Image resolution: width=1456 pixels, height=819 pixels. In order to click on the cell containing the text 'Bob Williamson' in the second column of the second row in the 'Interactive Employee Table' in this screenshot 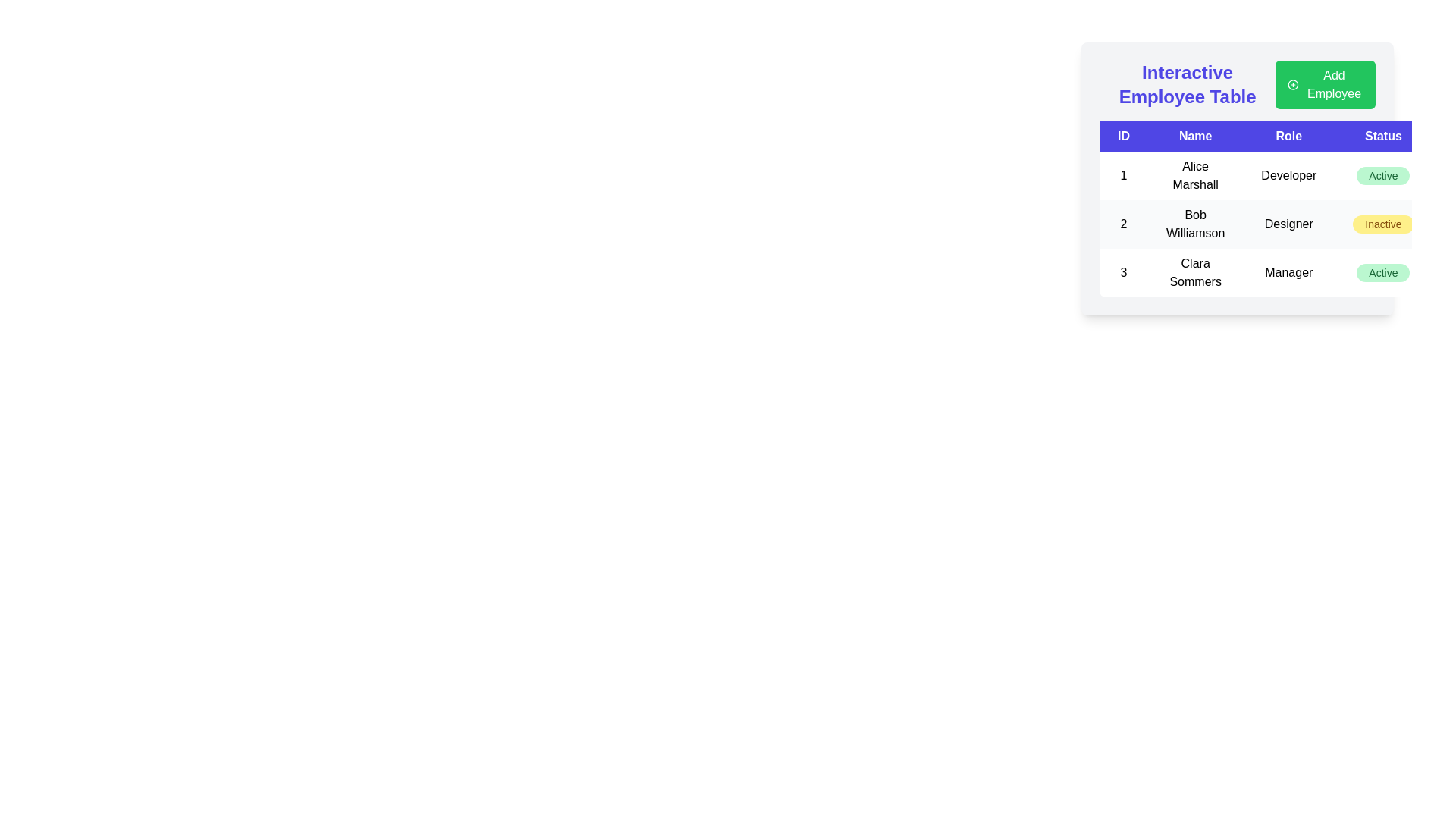, I will do `click(1194, 224)`.